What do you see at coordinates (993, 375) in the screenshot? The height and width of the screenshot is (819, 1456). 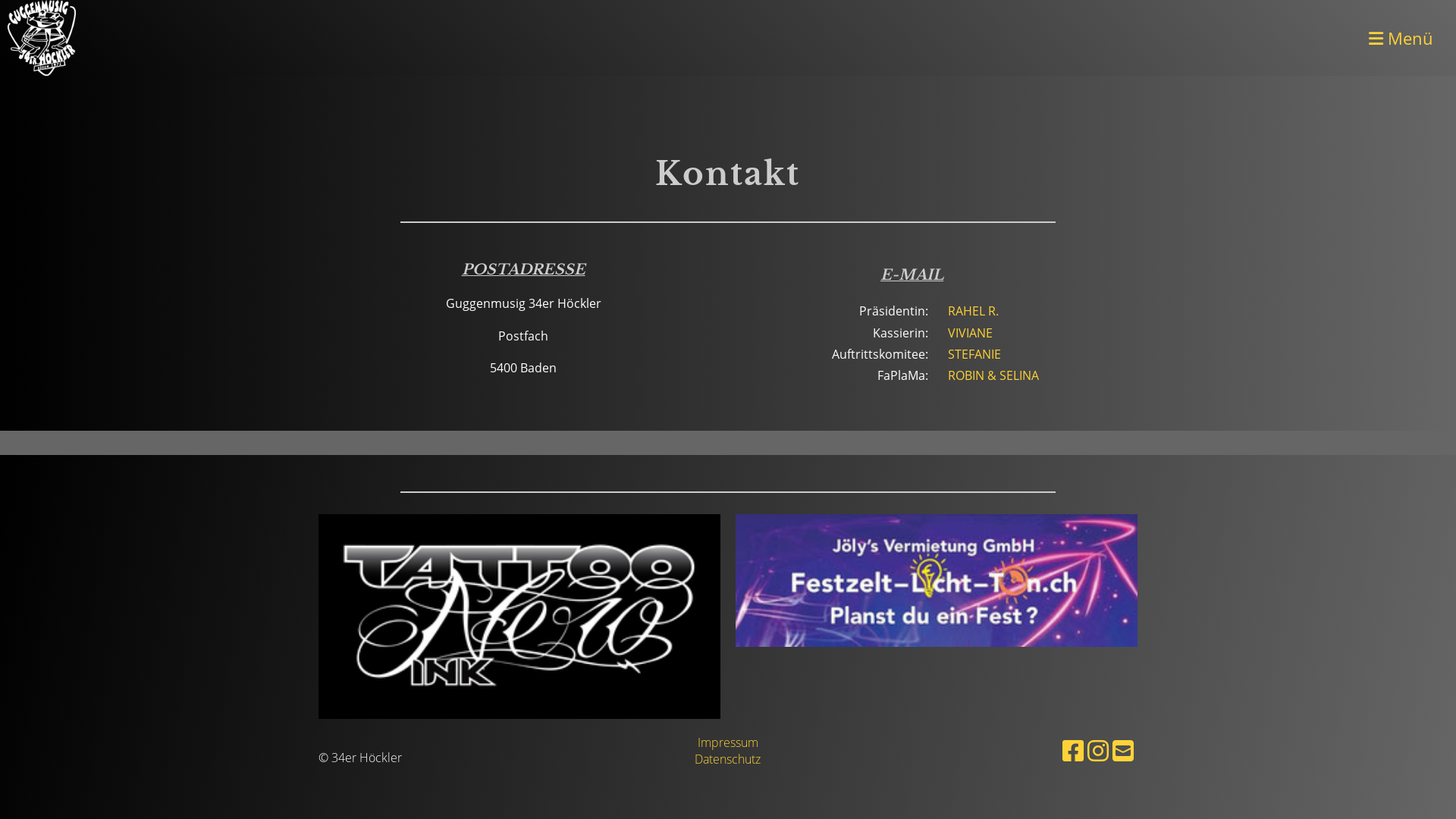 I see `'ROBIN & SELINA'` at bounding box center [993, 375].